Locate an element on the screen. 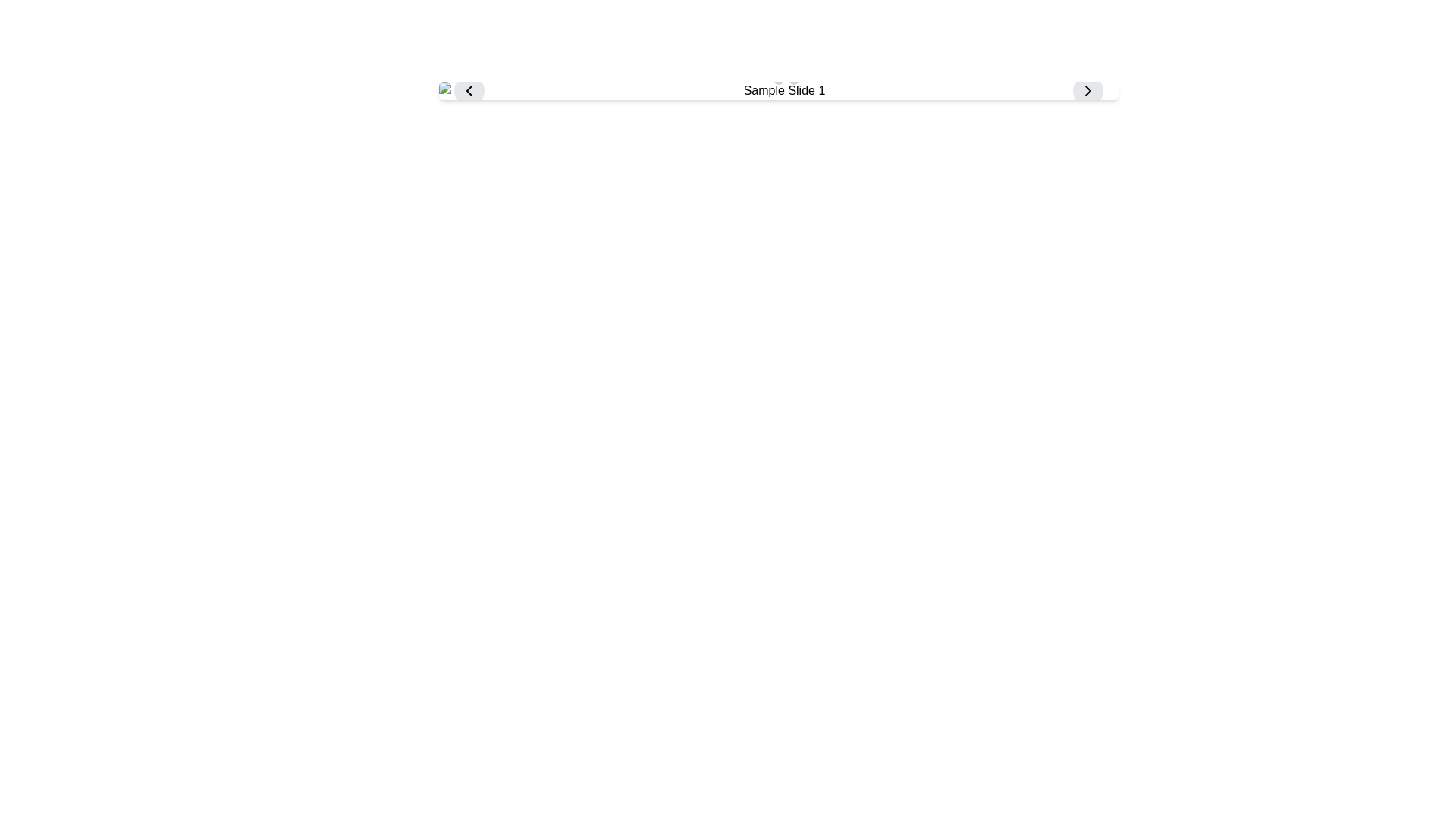  the 'go back' or 'navigate left' icon located in the top-left corner of the interface, next to the page title 'Sample Slide 1' is located at coordinates (468, 90).